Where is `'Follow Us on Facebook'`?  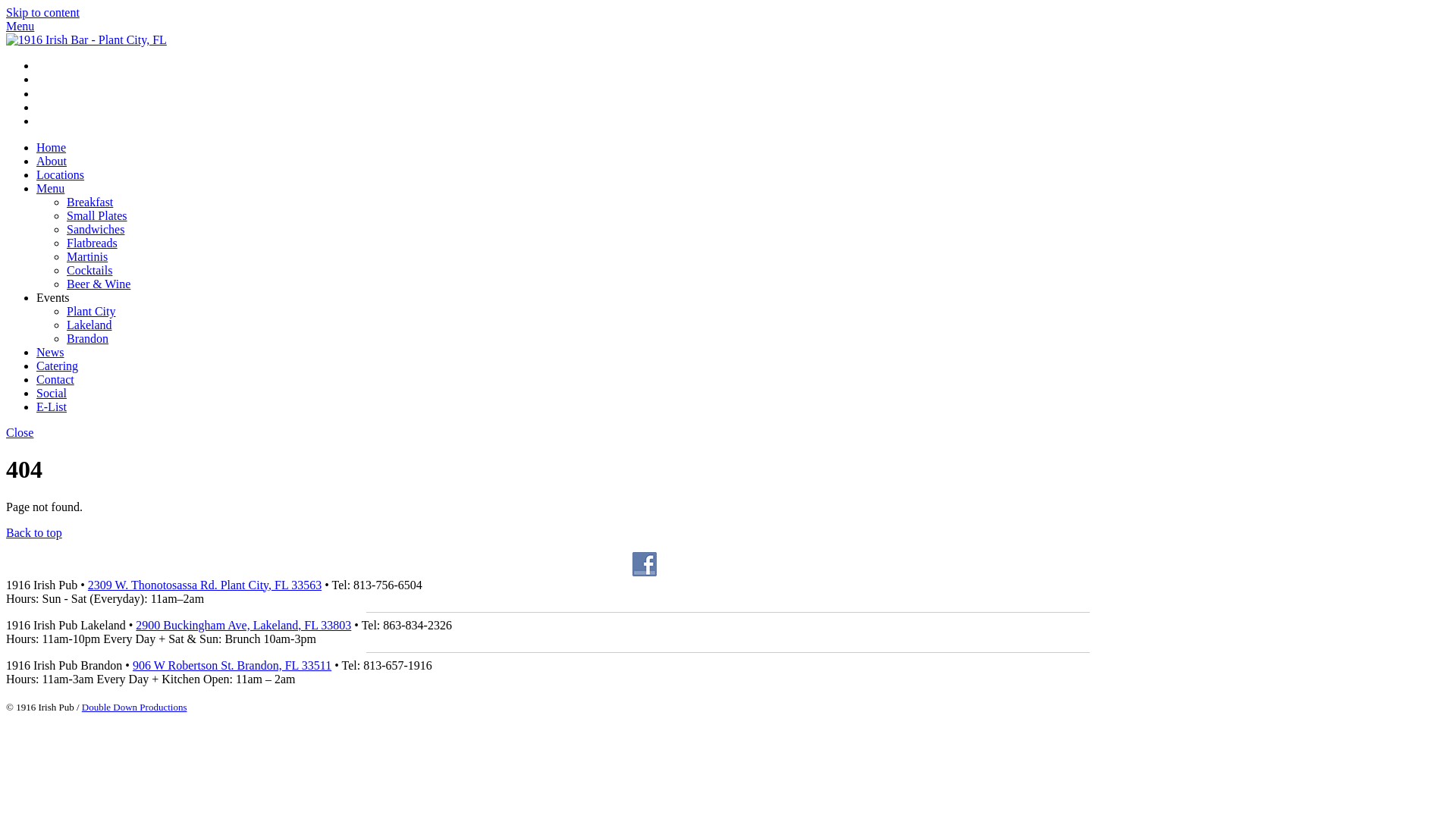
'Follow Us on Facebook' is located at coordinates (632, 564).